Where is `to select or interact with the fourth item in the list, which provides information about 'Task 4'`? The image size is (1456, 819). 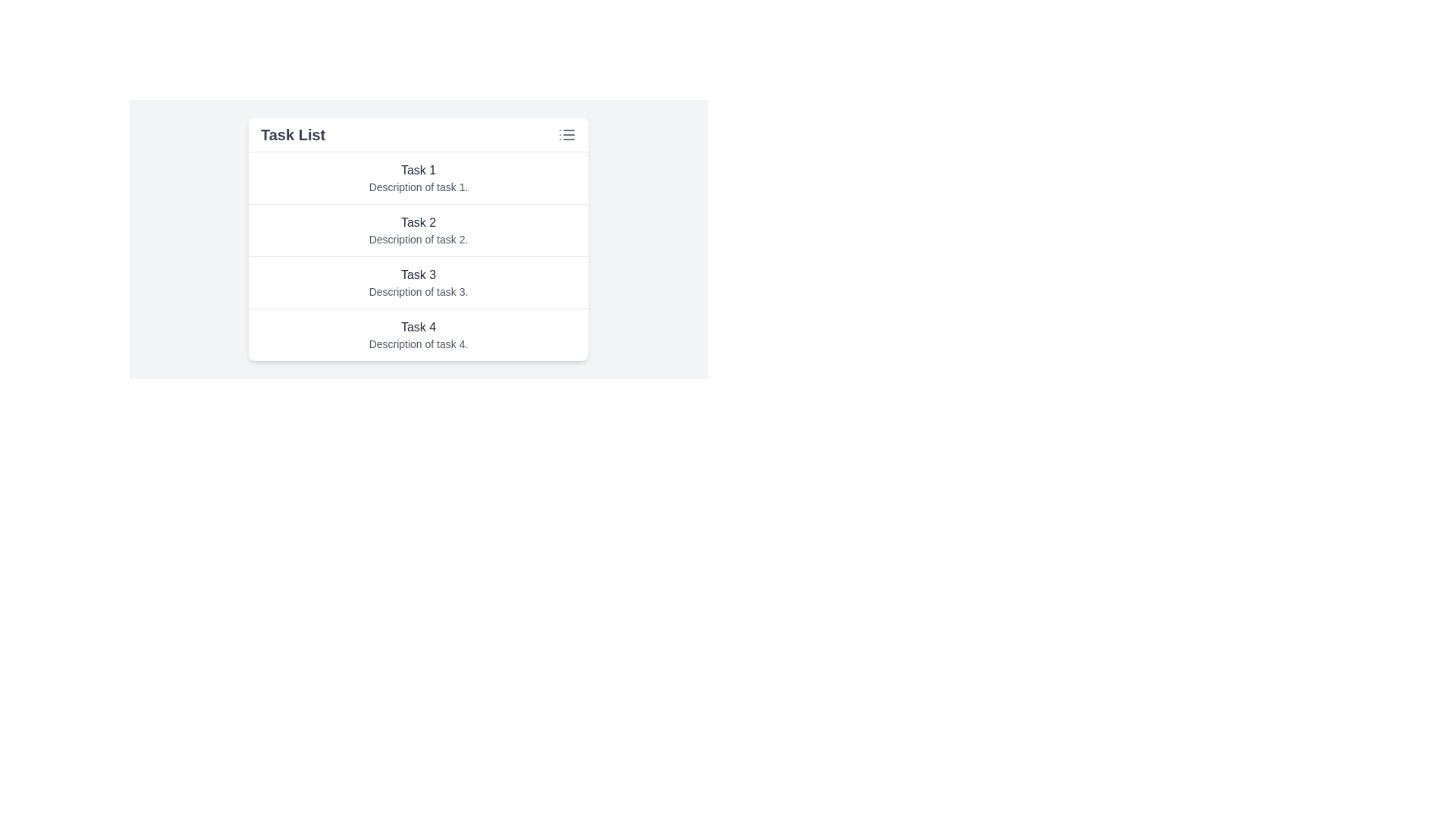
to select or interact with the fourth item in the list, which provides information about 'Task 4' is located at coordinates (419, 334).